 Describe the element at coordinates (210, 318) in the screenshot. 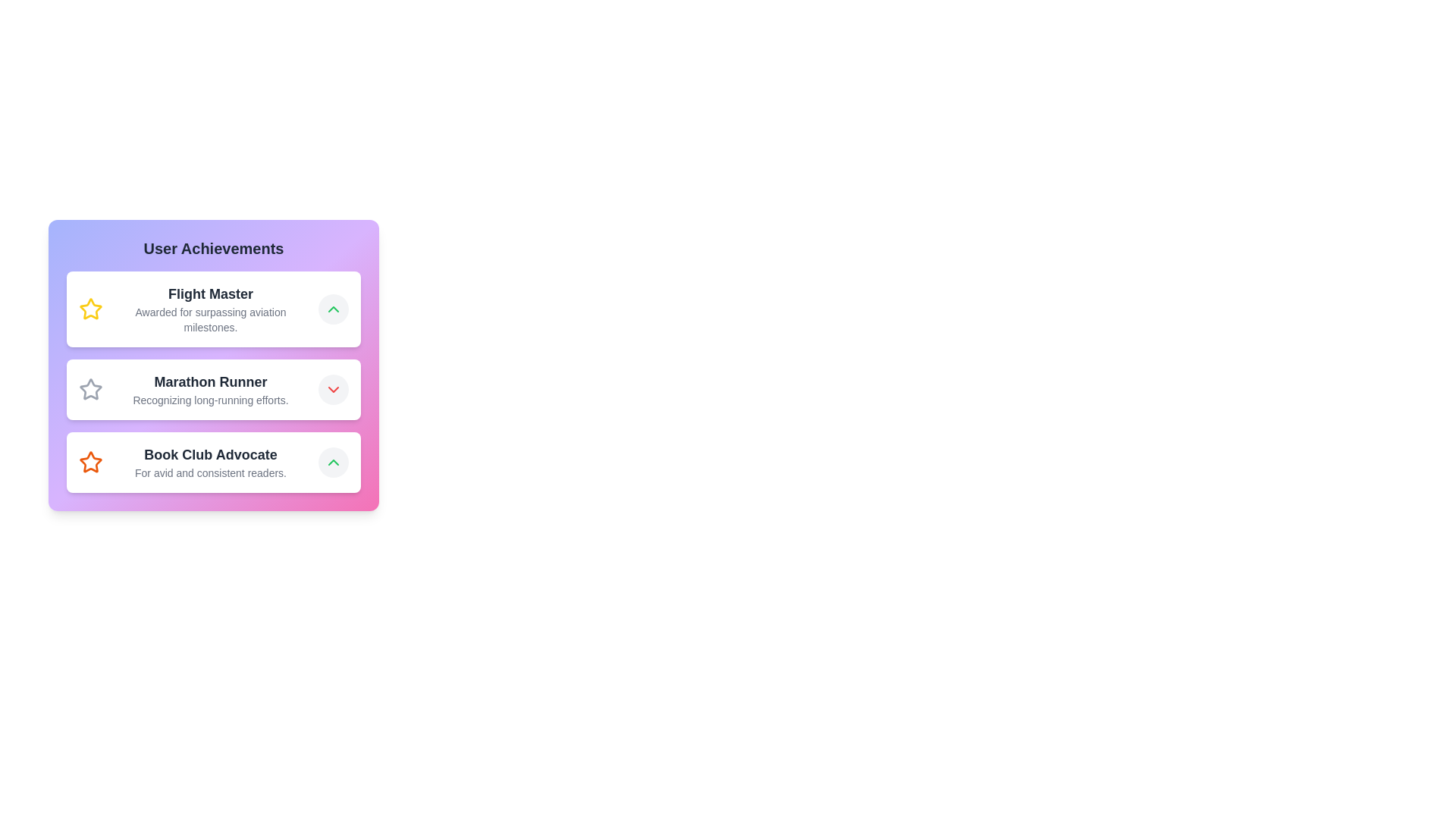

I see `the static text element providing a description beneath the 'Flight Master' header in the first achievement card within the 'User Achievements' section` at that location.